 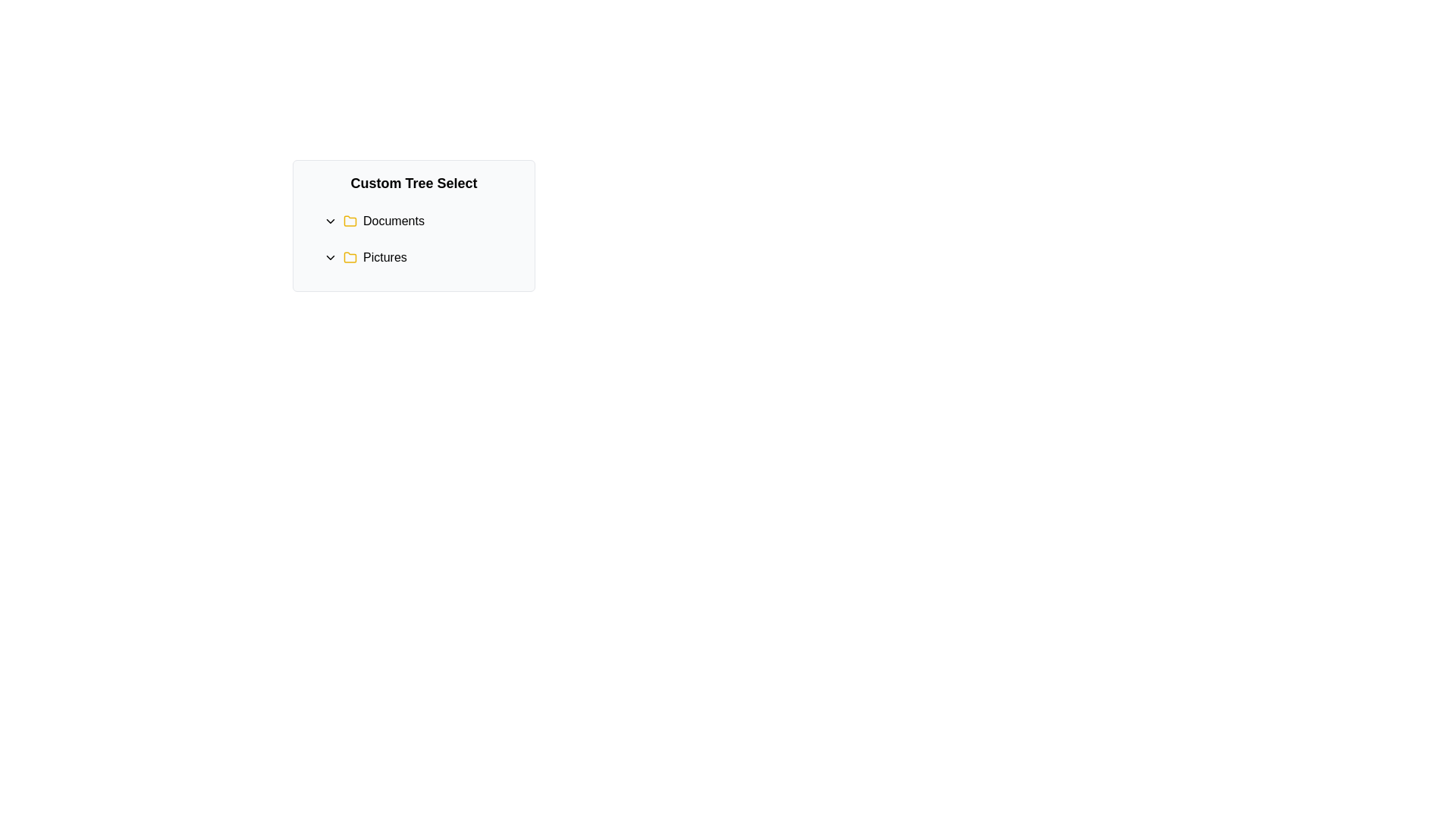 I want to click on the chevron-down icon located next to the 'Documents' folder label, so click(x=330, y=221).